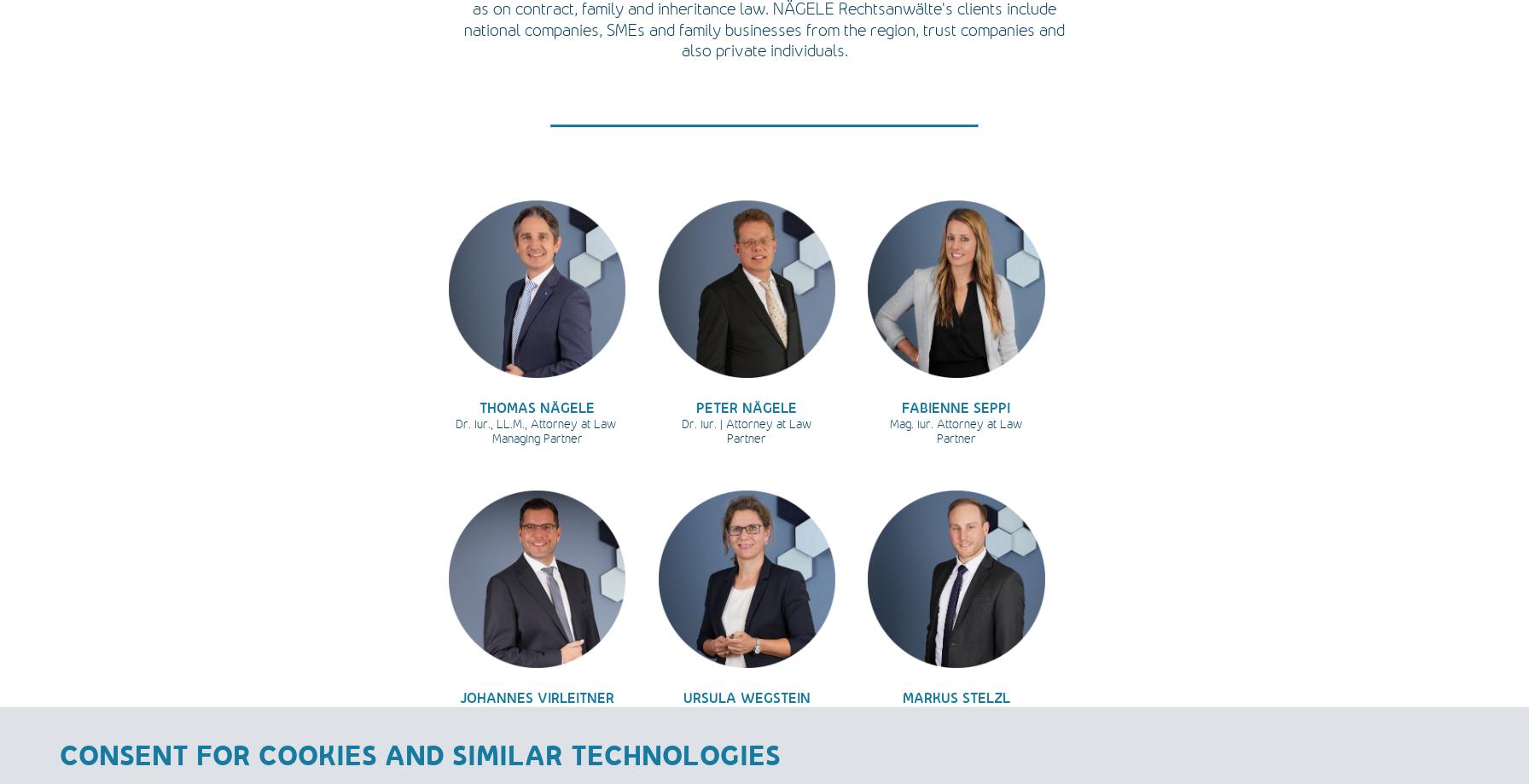 The width and height of the screenshot is (1529, 784). Describe the element at coordinates (956, 712) in the screenshot. I see `'Mag. iur., LL.M. (London)'` at that location.